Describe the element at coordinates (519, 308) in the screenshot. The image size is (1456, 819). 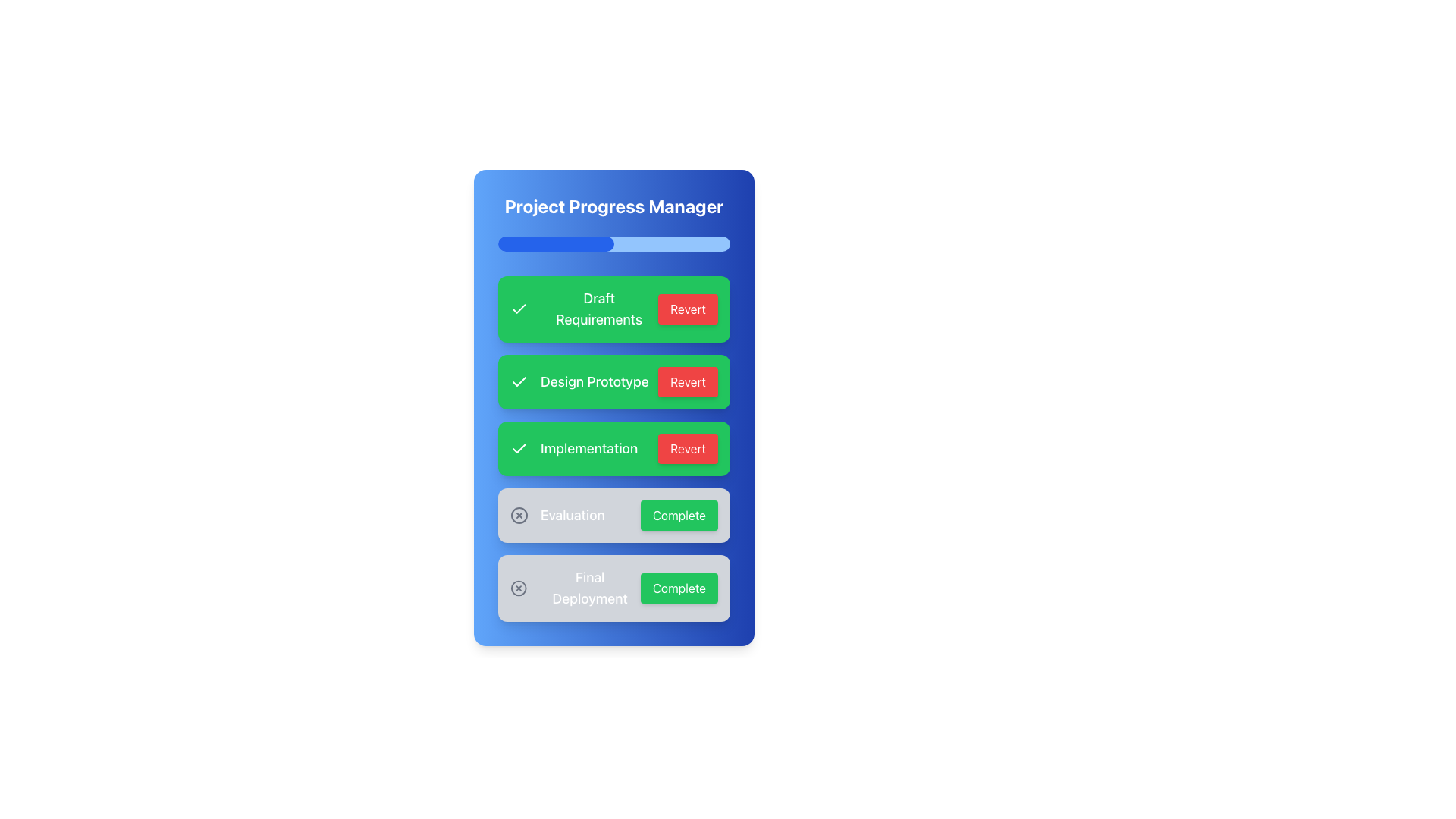
I see `the second checkmark icon in a green rectangular background, which indicates a completed state, positioned to the left of the text 'Design Prototype'` at that location.